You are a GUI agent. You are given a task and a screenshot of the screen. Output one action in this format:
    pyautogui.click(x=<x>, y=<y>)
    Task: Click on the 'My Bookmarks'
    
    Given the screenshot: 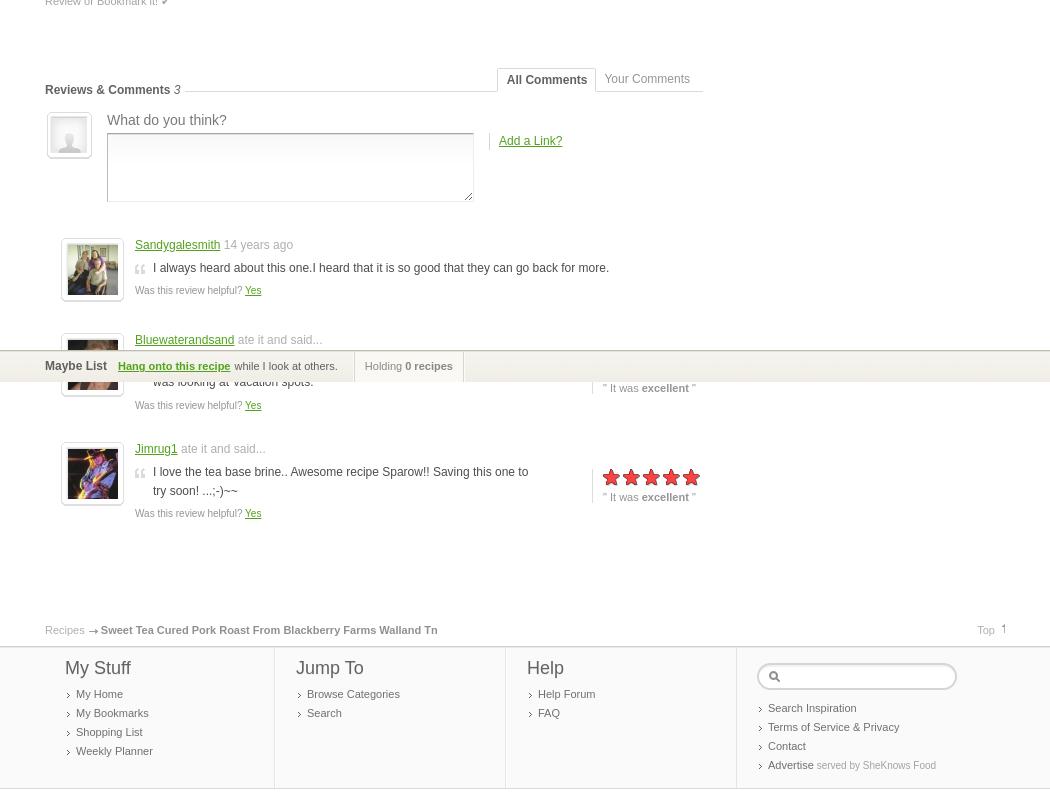 What is the action you would take?
    pyautogui.click(x=112, y=711)
    